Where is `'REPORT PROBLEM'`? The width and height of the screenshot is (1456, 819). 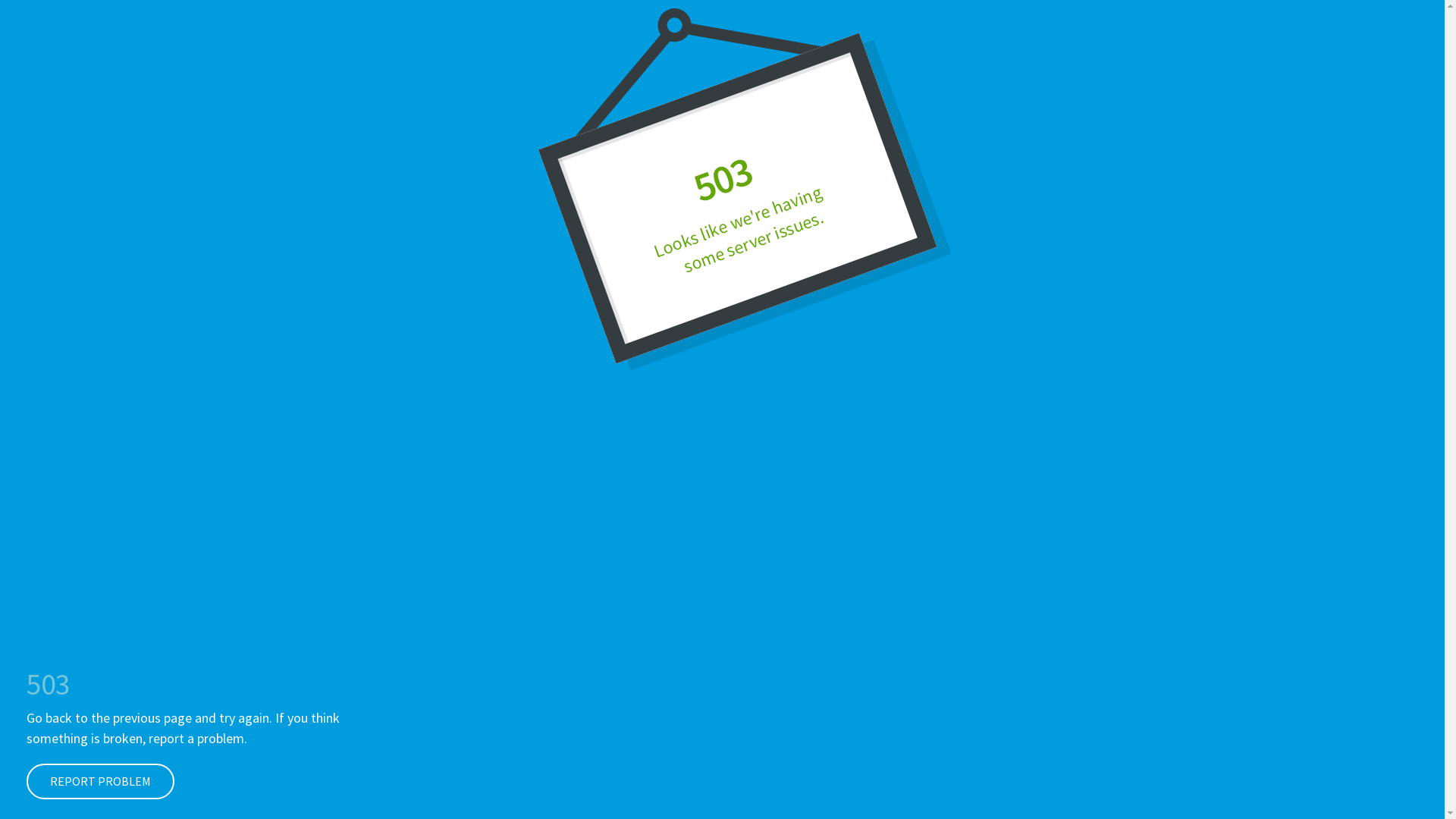
'REPORT PROBLEM' is located at coordinates (26, 781).